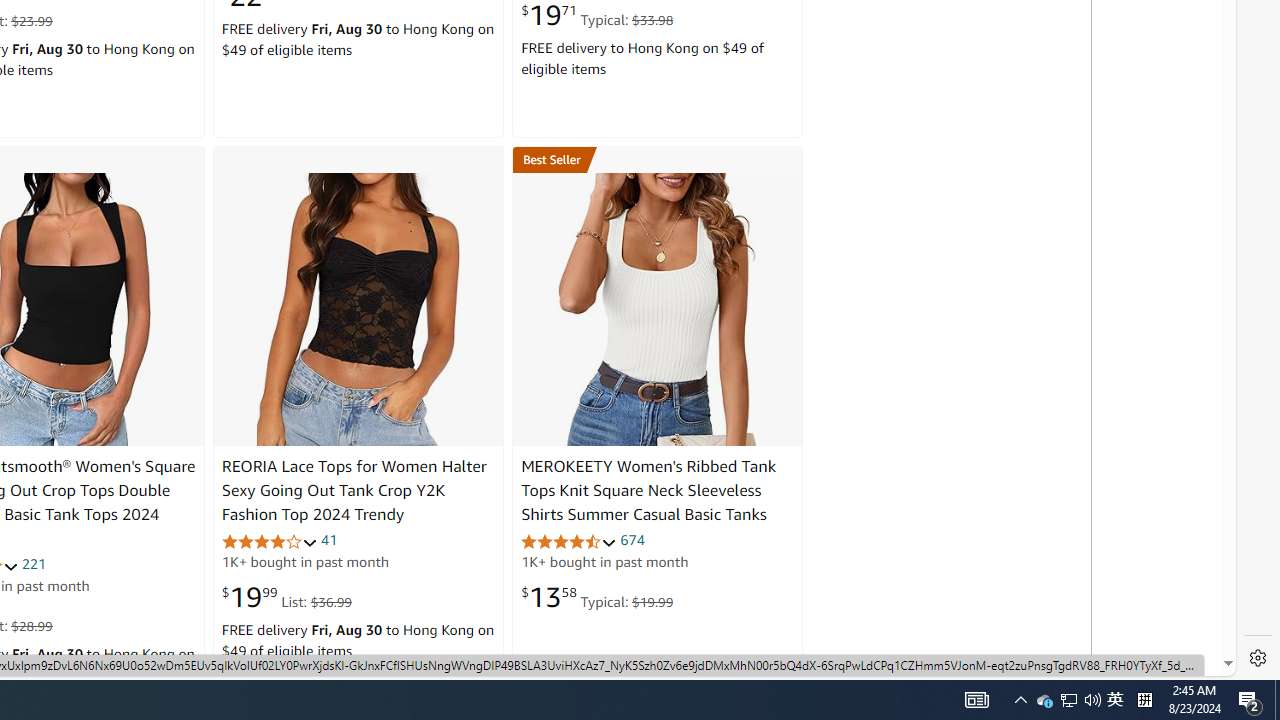 The image size is (1280, 720). What do you see at coordinates (328, 540) in the screenshot?
I see `'41'` at bounding box center [328, 540].